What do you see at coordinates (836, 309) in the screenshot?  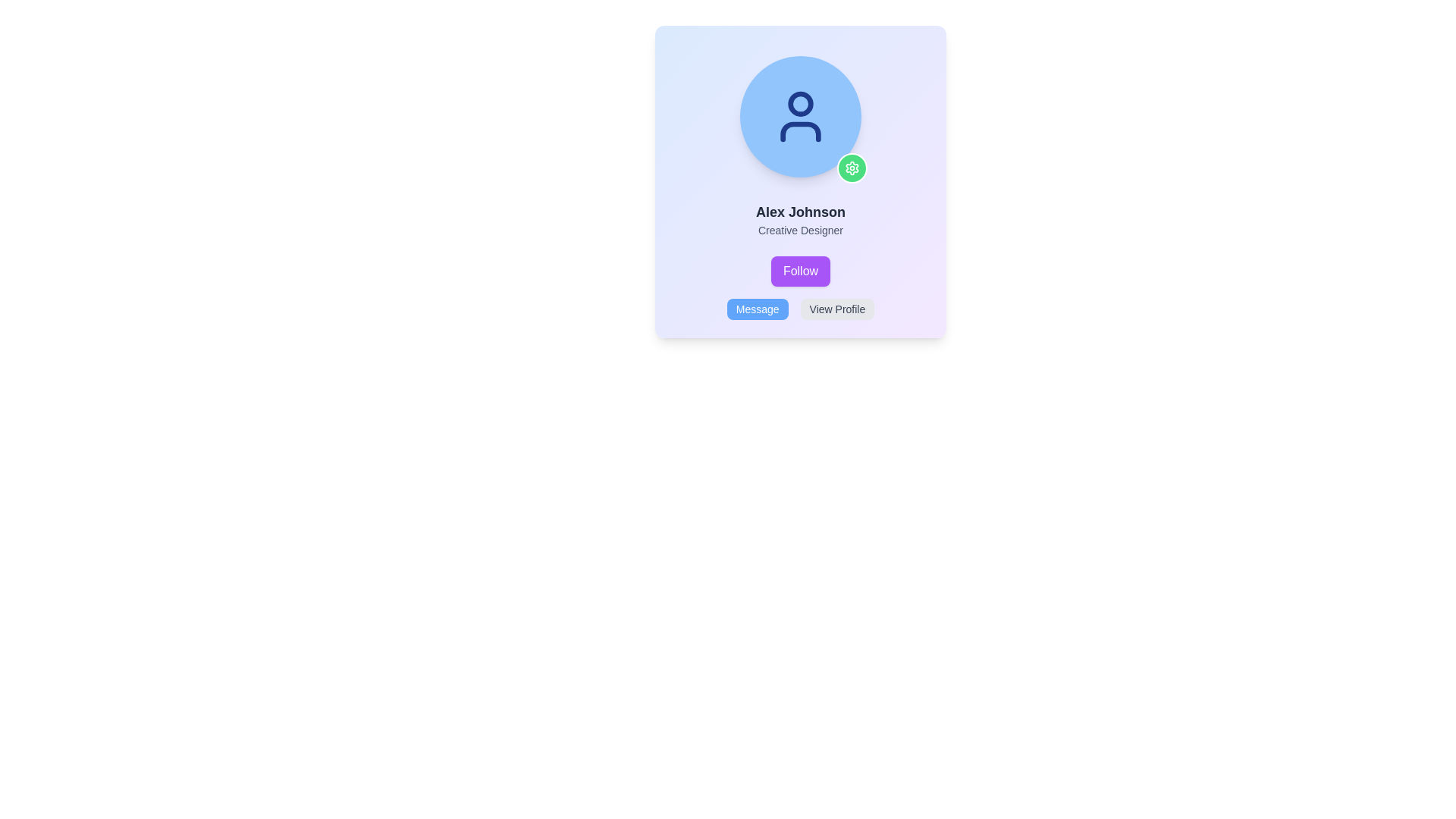 I see `the 'View Profile' button, which is a rectangular button with rounded edges, gray background, and medium-sized gray text, located to the right of the 'Message' button at the bottom of the user card` at bounding box center [836, 309].